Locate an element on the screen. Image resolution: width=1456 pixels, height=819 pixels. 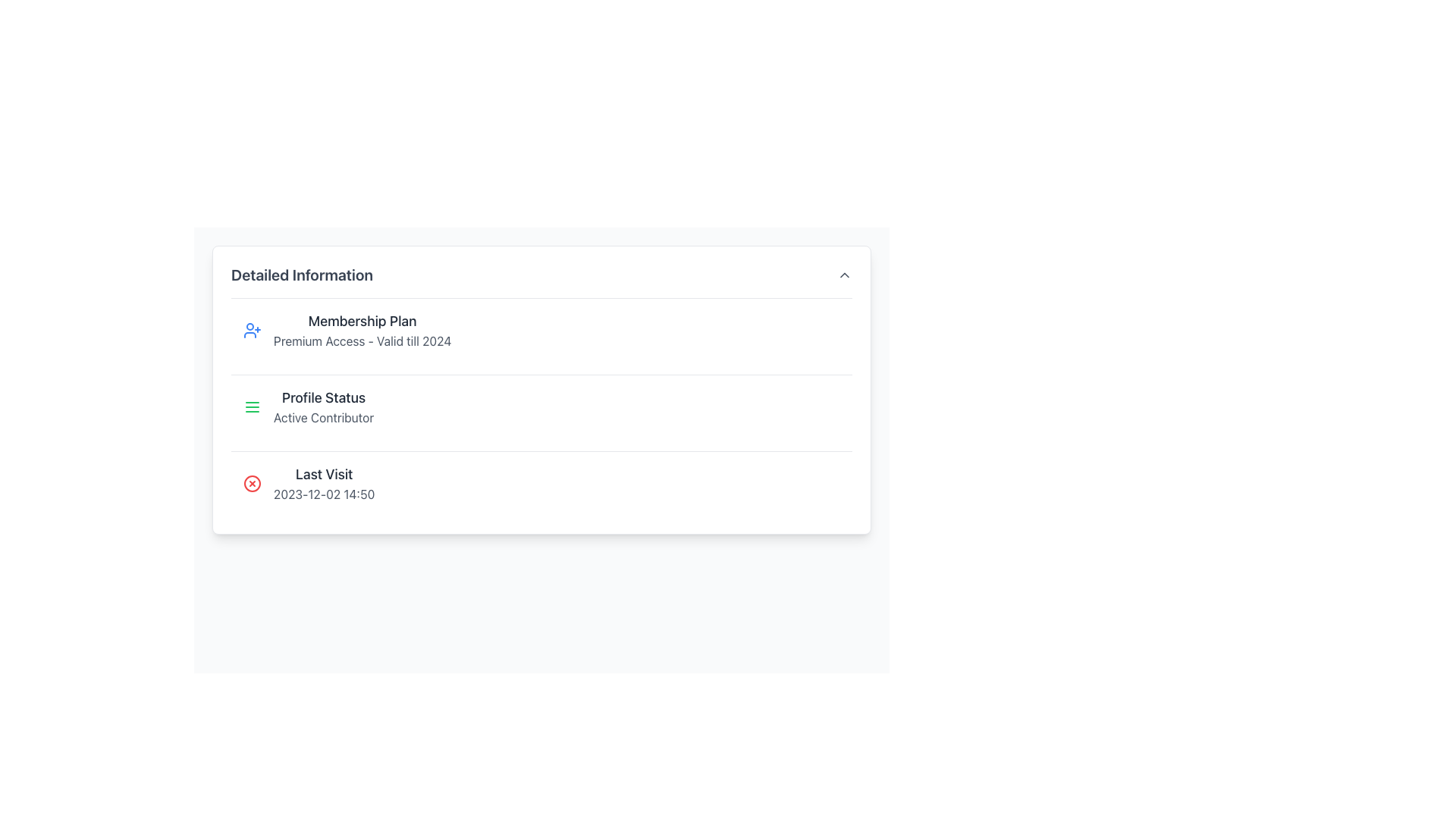
the icon representing the 'Profile Status' located to the left of the text 'Profile Status' in the 'Profile Status Active Contributor' section is located at coordinates (252, 406).